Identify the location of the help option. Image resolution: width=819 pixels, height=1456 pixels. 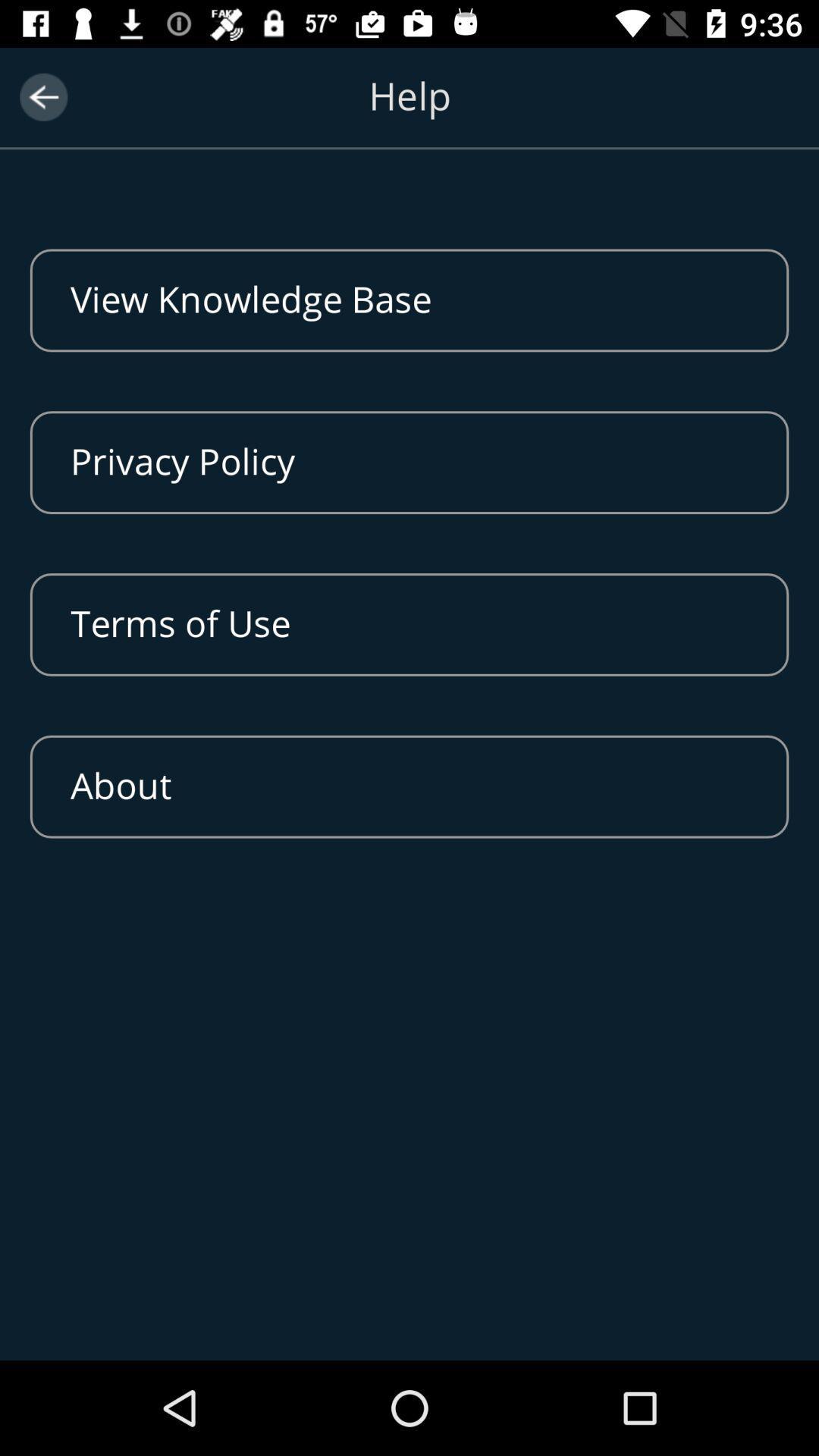
(409, 113).